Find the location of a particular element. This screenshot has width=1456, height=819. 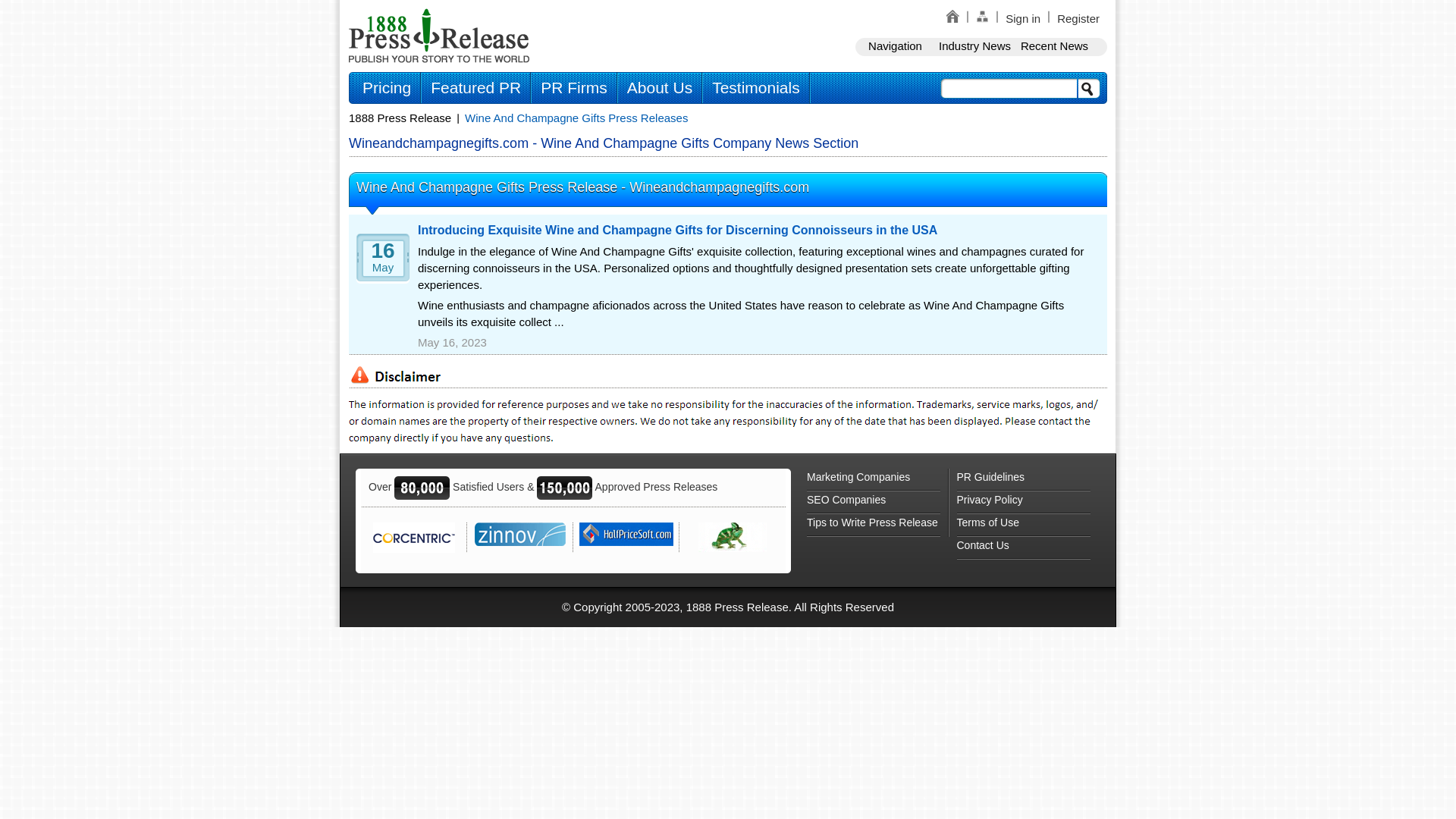

'Sign in' is located at coordinates (1022, 18).